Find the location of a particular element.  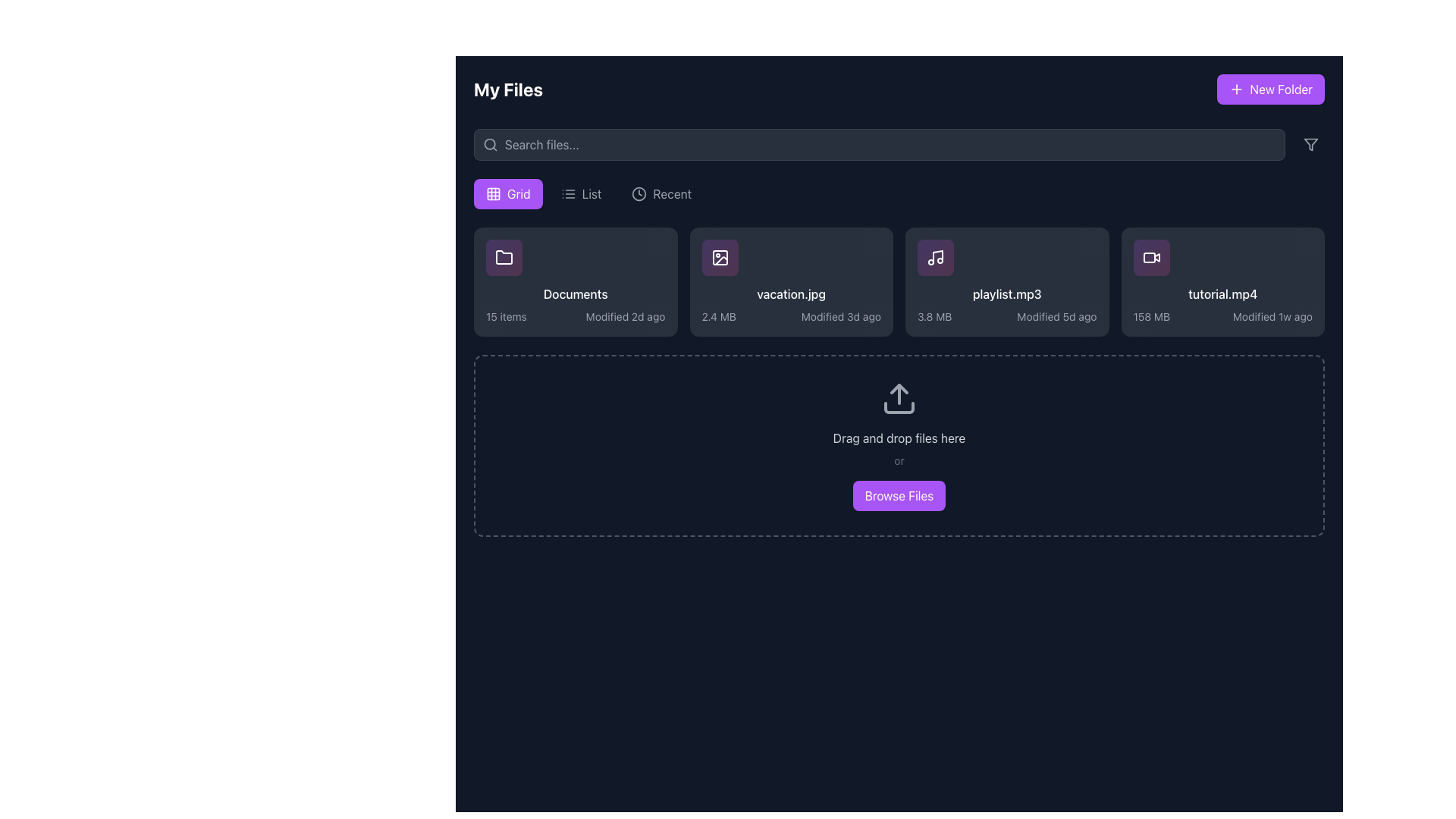

the grid-like icon consisting of a 3x3 arrangement of square segments is located at coordinates (494, 193).